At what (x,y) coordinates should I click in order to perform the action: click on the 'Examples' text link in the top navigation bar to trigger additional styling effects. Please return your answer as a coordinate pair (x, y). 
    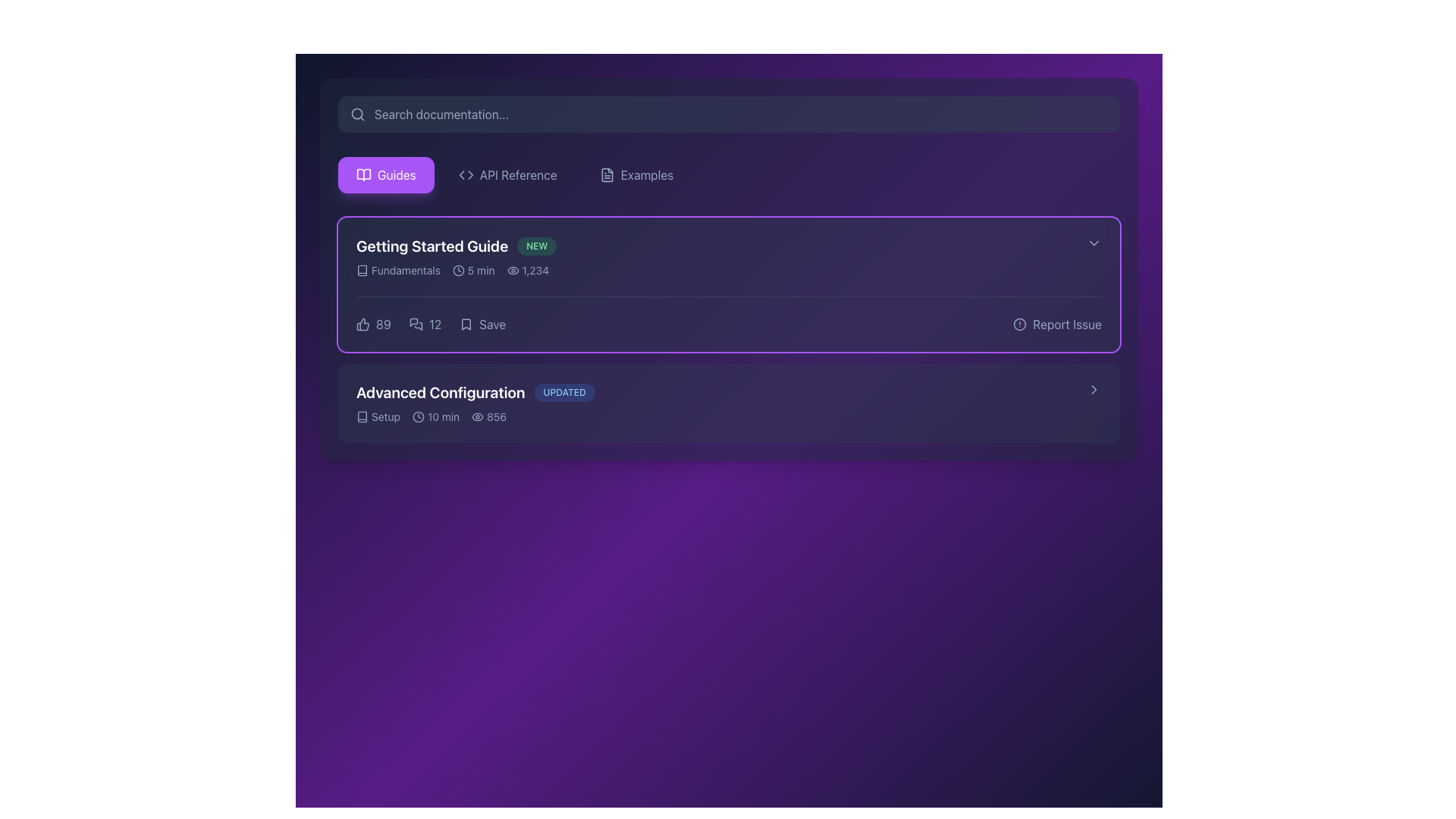
    Looking at the image, I should click on (647, 174).